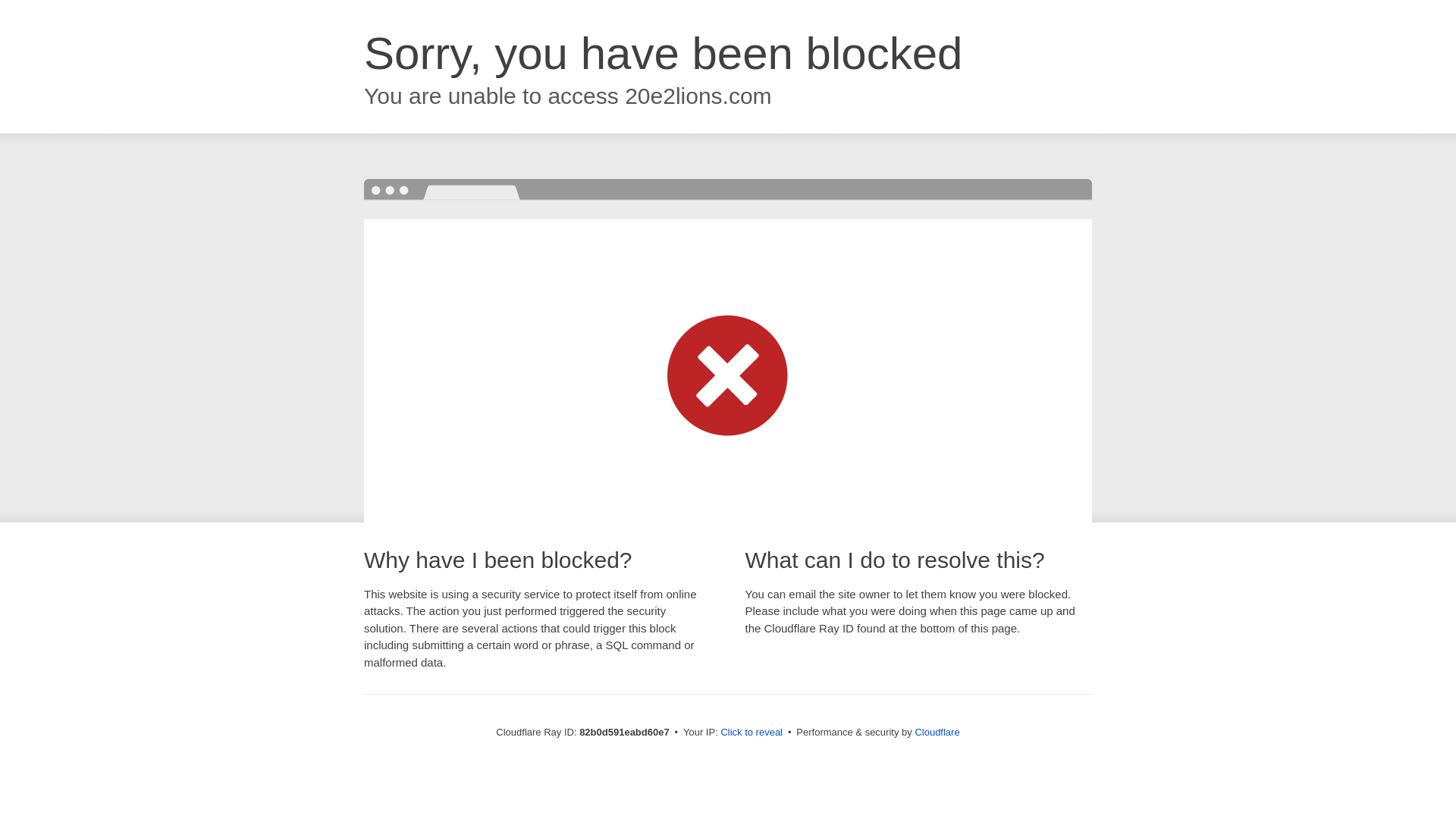 Image resolution: width=1456 pixels, height=819 pixels. I want to click on 'Cloudflare', so click(936, 731).